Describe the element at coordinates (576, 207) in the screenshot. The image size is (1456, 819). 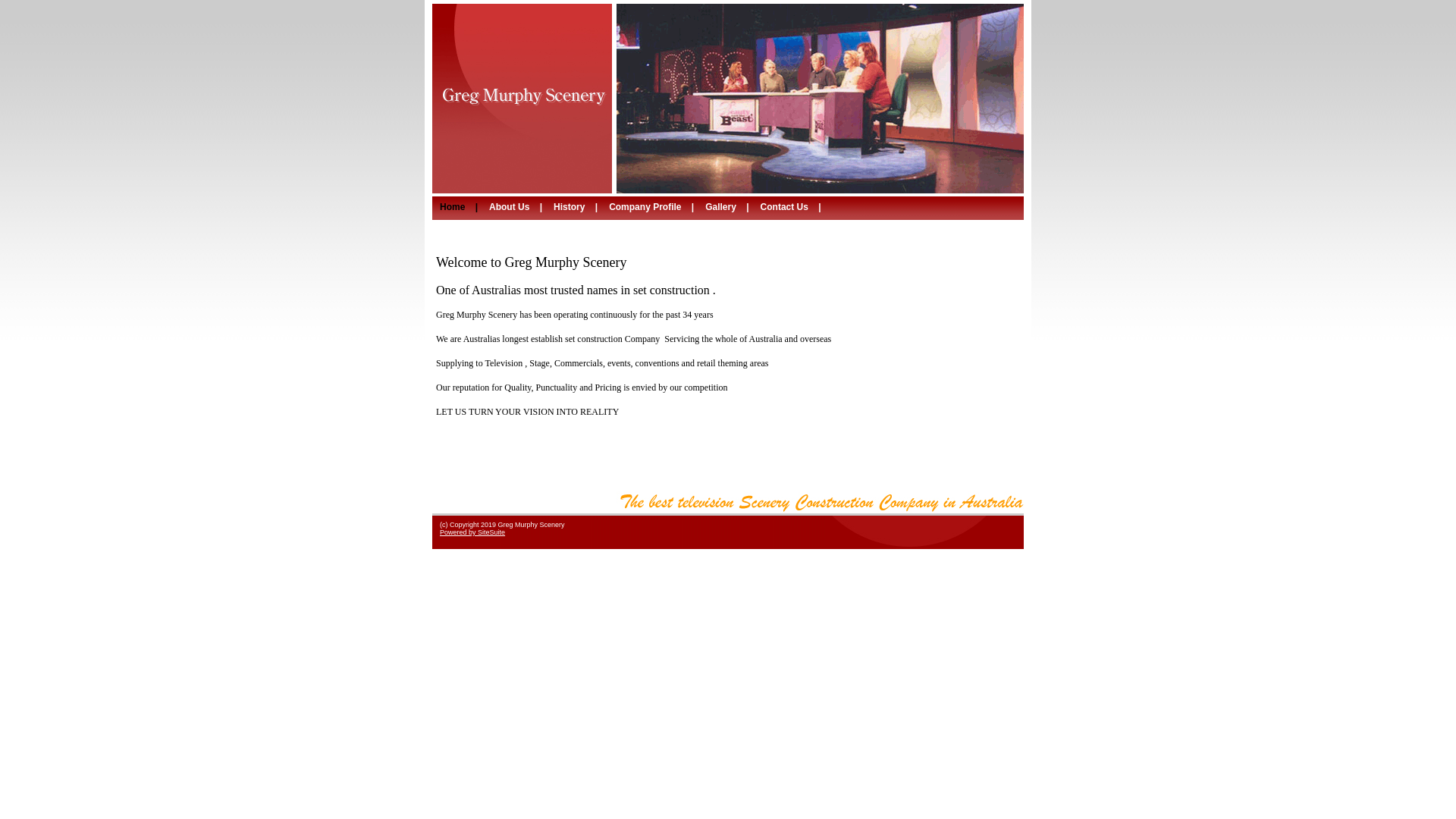
I see `'History    |   '` at that location.